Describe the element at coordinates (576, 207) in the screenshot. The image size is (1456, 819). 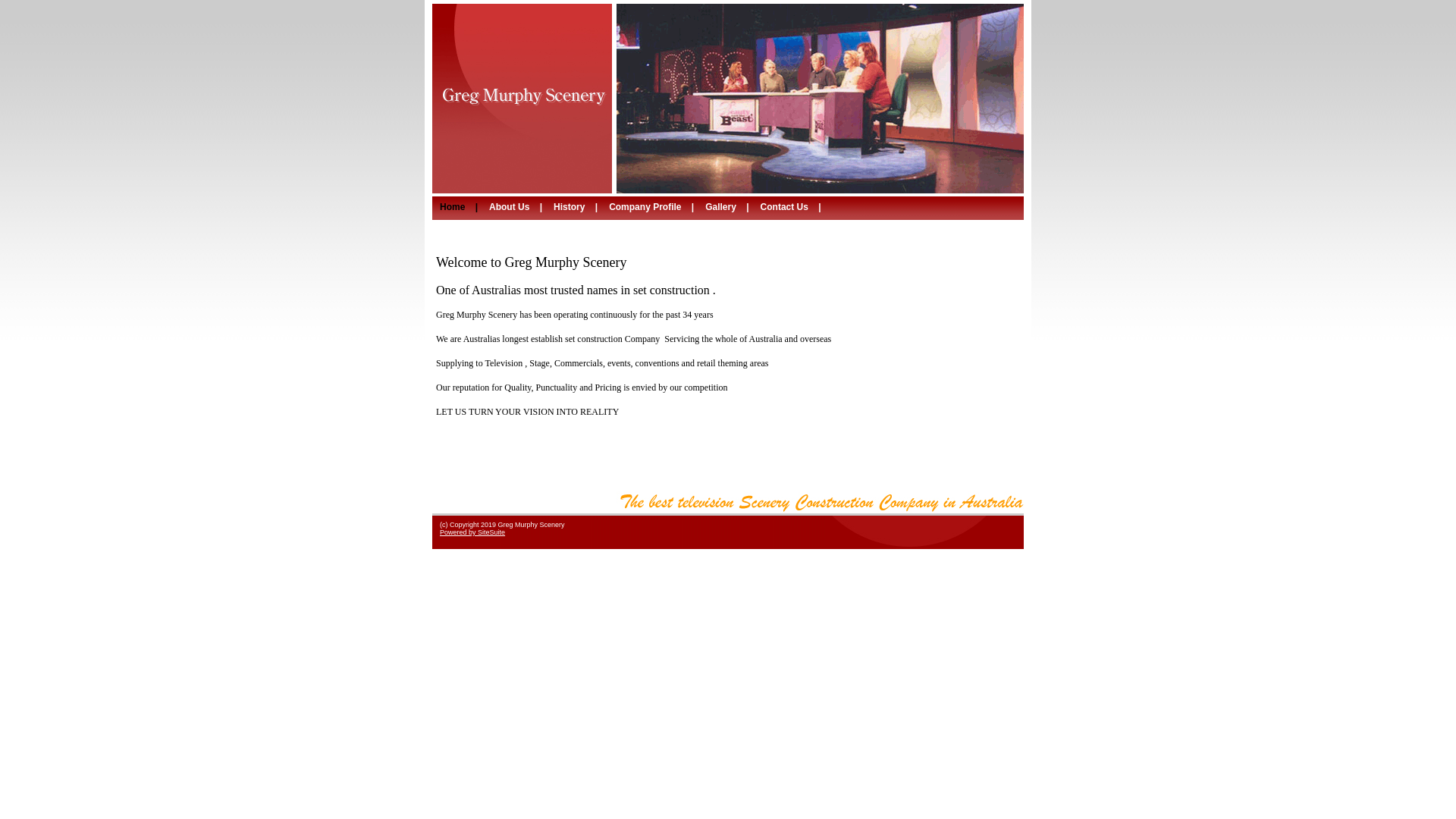
I see `'History    |   '` at that location.